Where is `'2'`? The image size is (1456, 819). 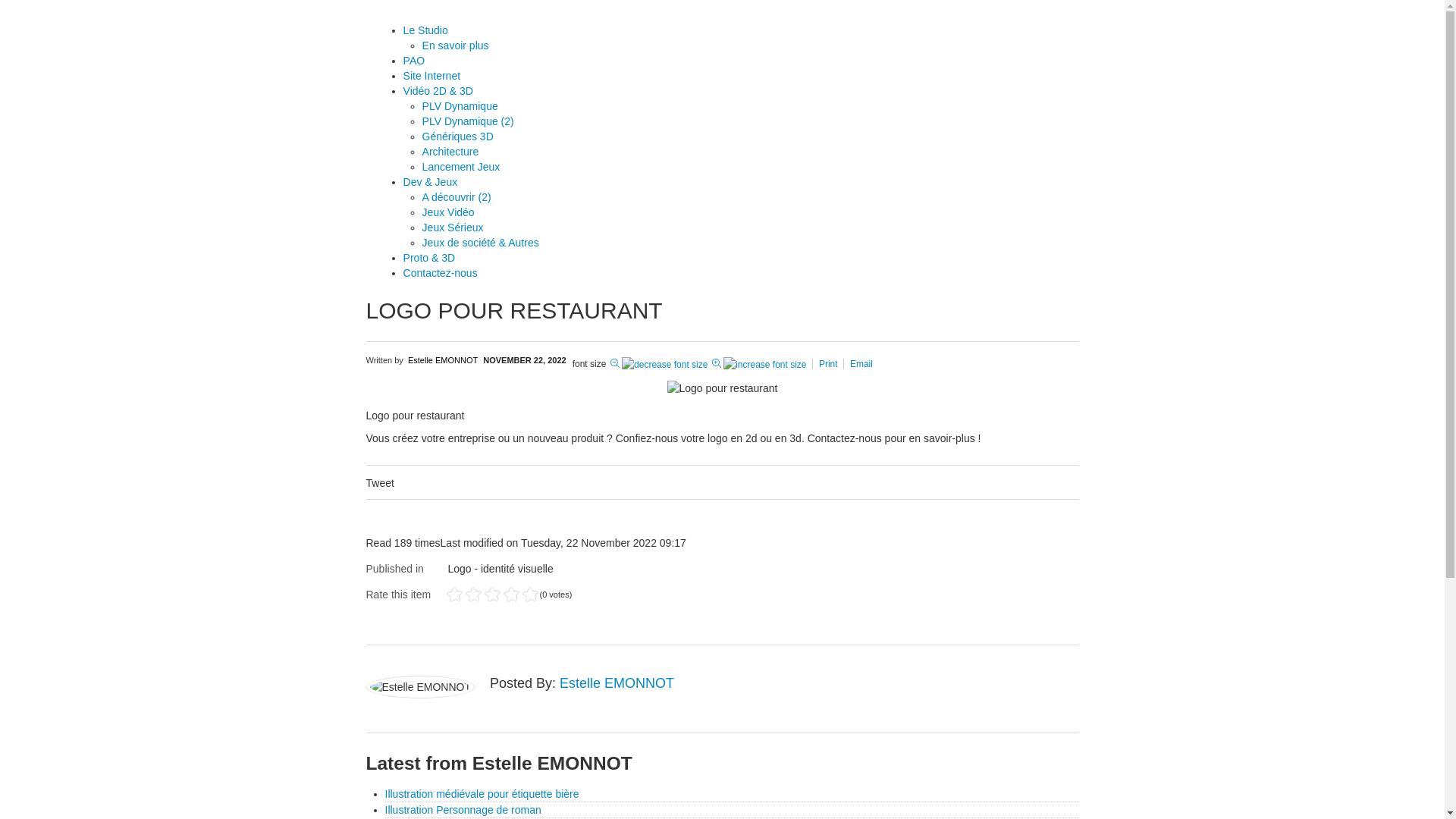
'2' is located at coordinates (462, 594).